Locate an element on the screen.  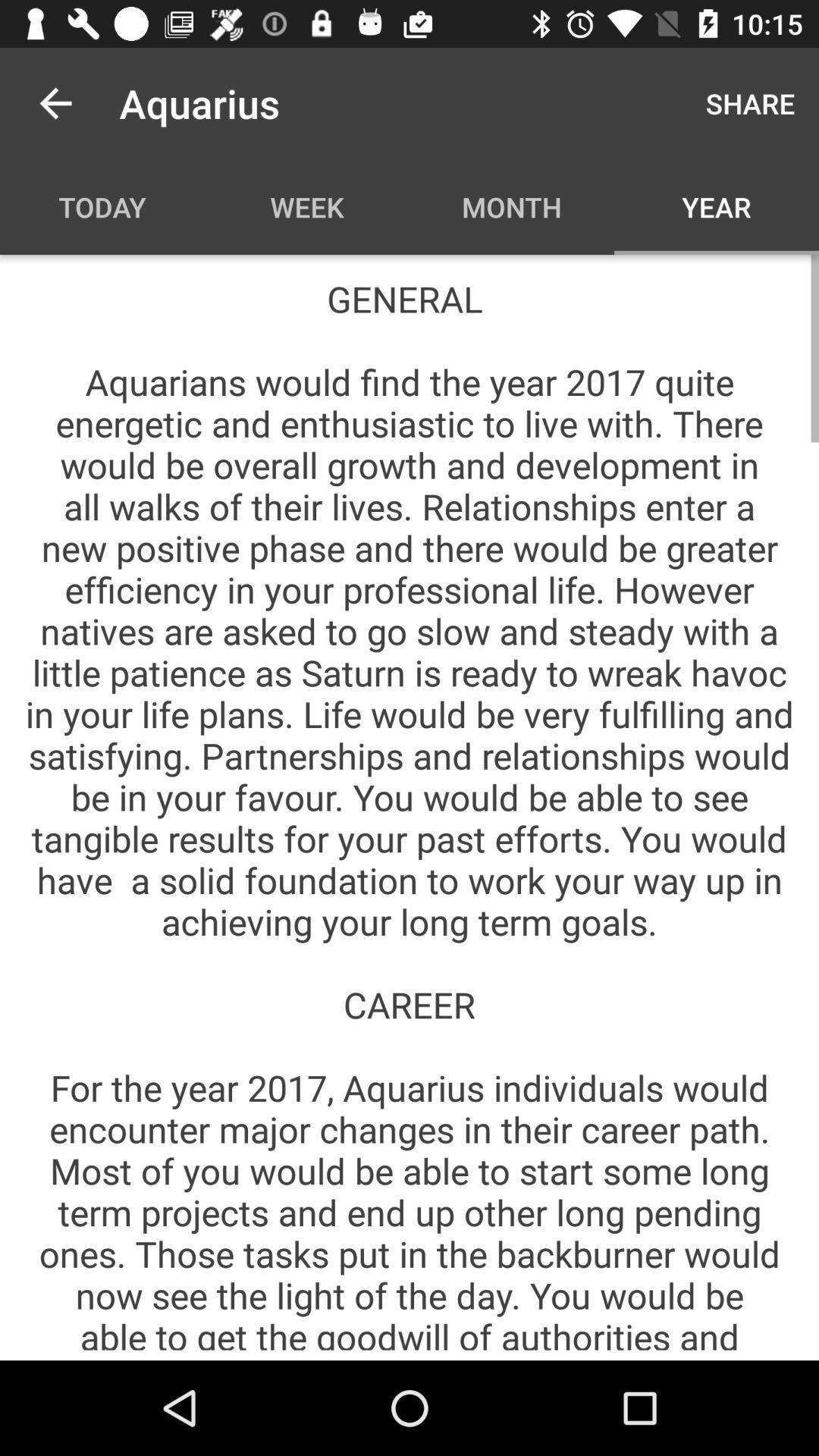
item above year item is located at coordinates (749, 102).